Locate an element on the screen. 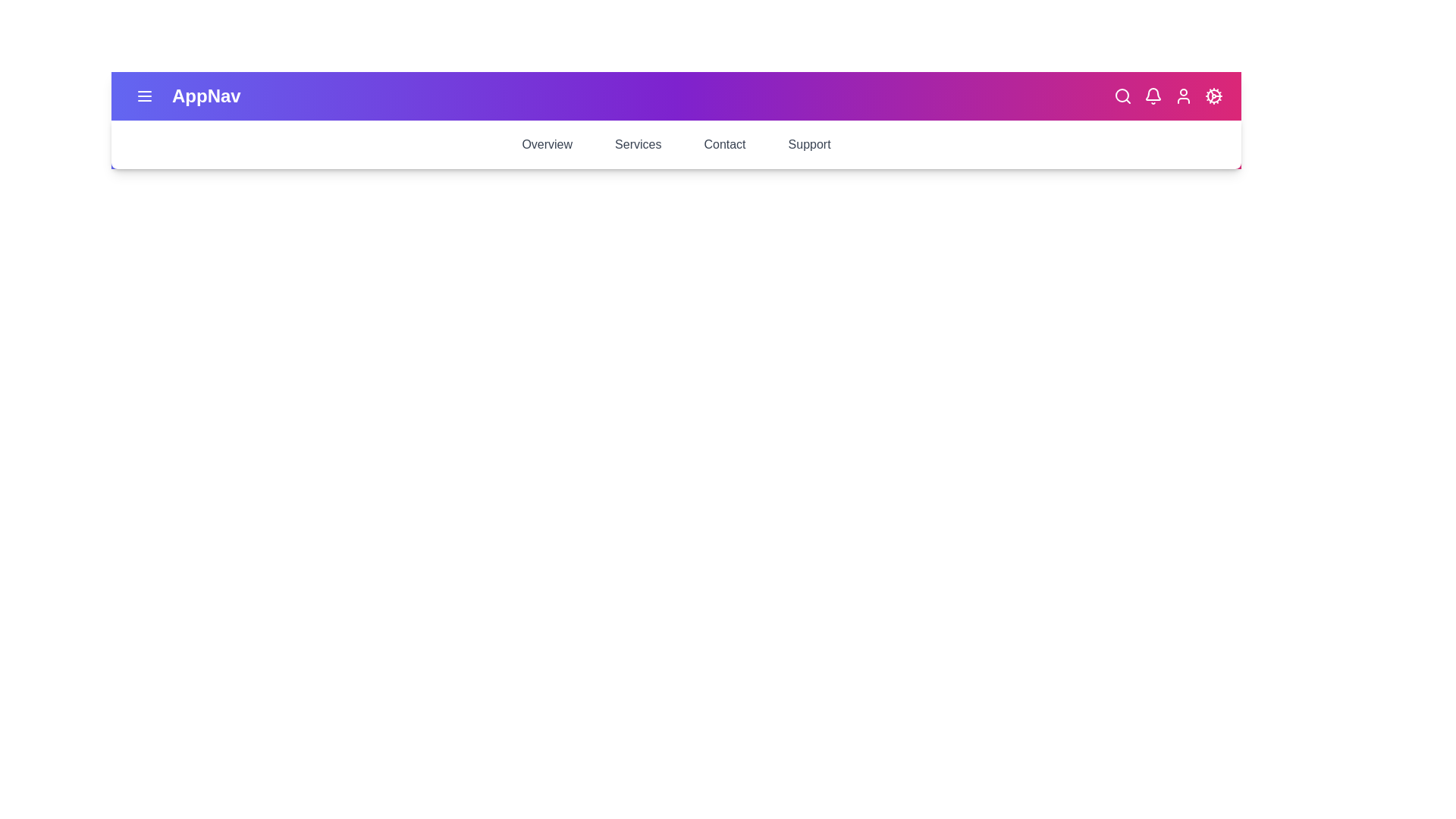 The image size is (1456, 819). the 'Overview' menu item to navigate to the overview section is located at coordinates (546, 145).